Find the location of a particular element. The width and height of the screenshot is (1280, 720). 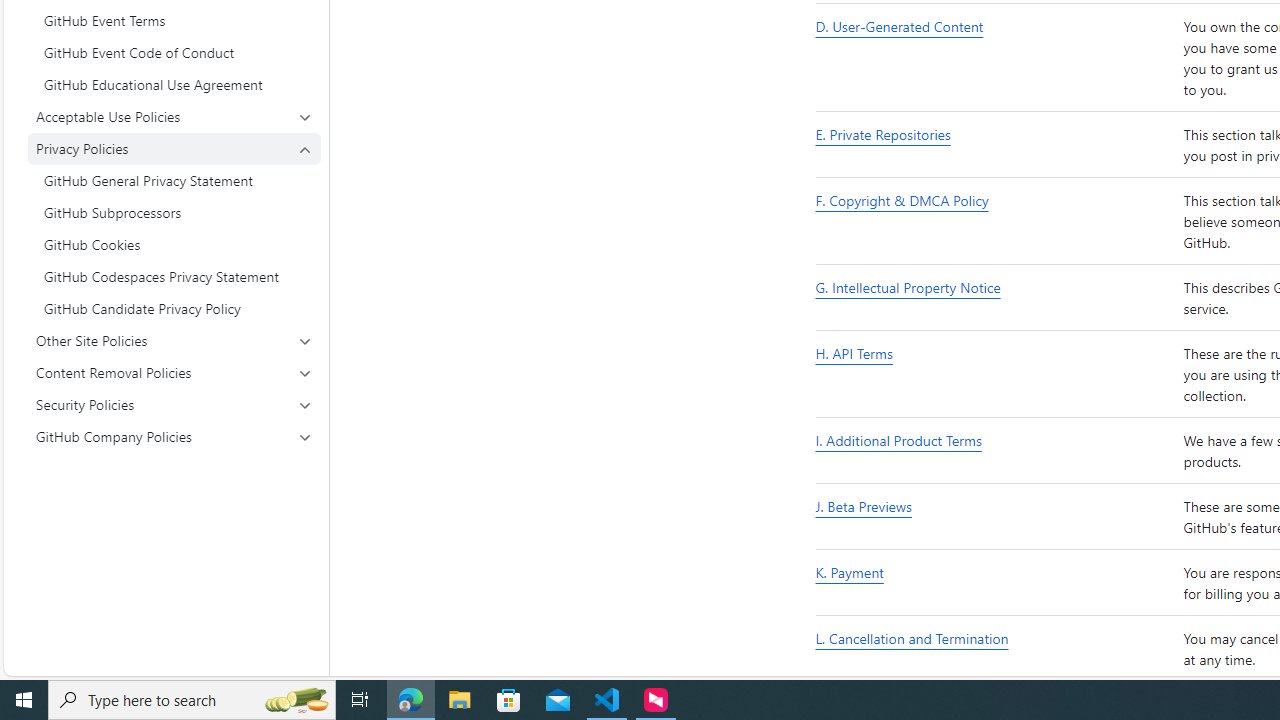

'H. API Terms' is located at coordinates (995, 375).